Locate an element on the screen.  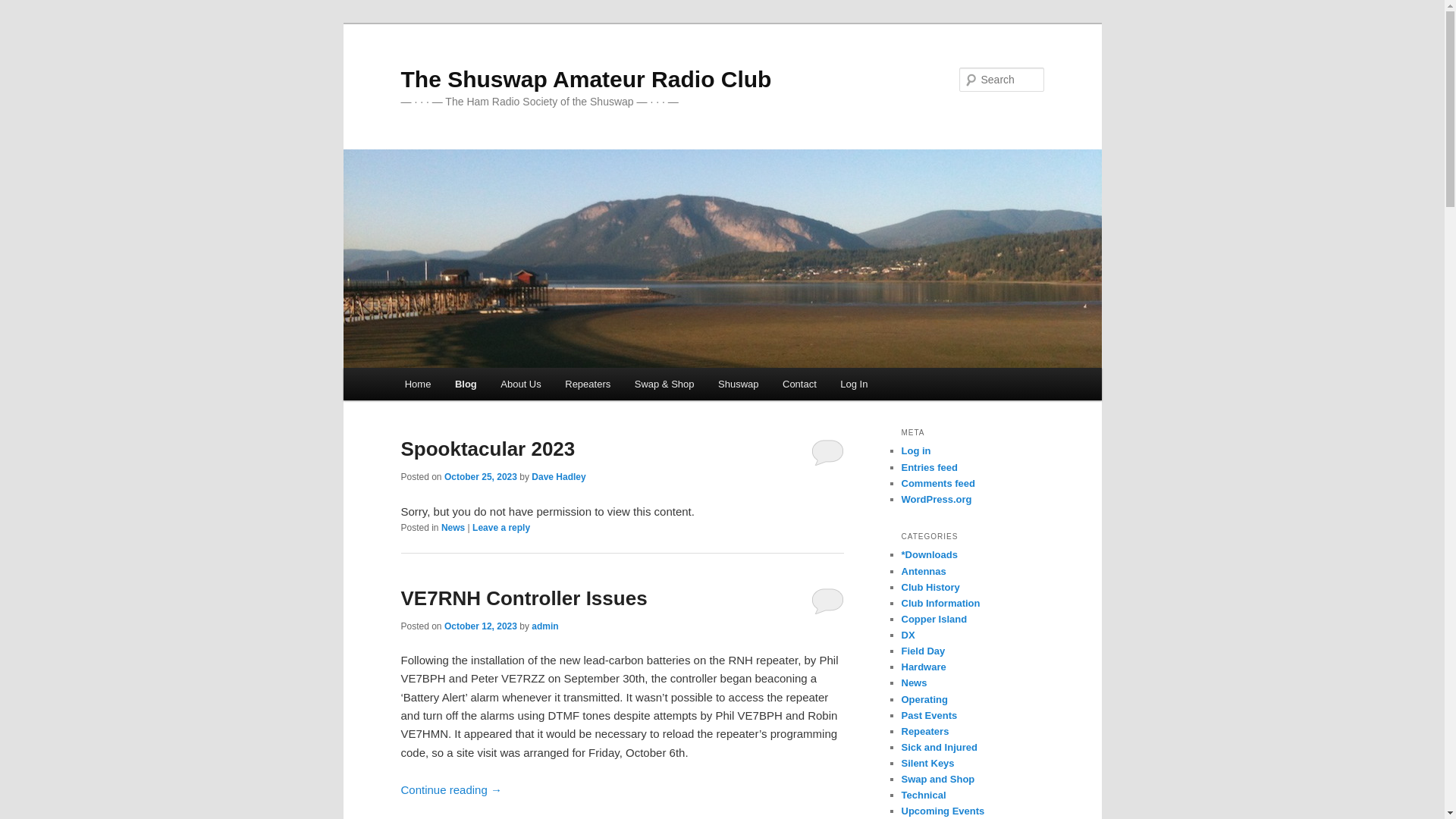
'Home' is located at coordinates (418, 383).